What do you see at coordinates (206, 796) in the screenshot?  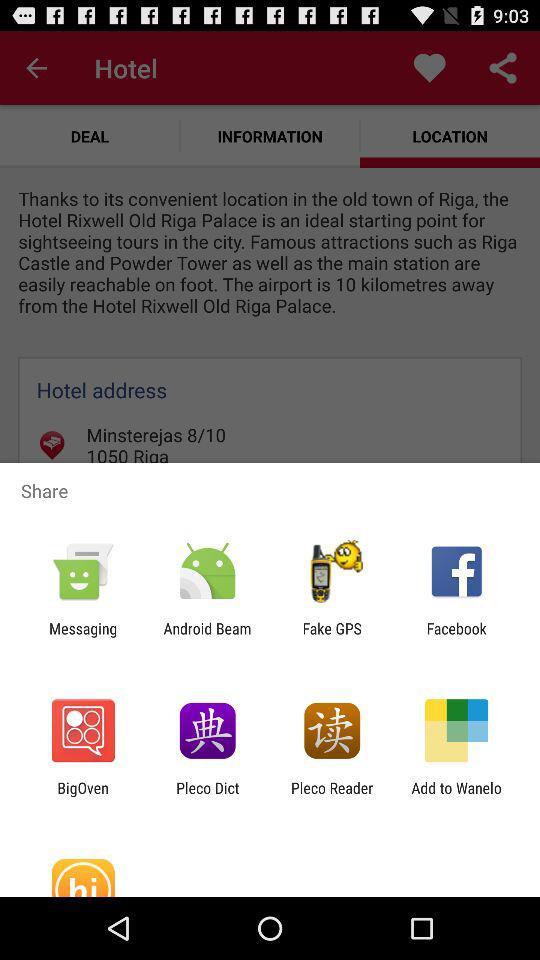 I see `the icon to the left of the pleco reader` at bounding box center [206, 796].